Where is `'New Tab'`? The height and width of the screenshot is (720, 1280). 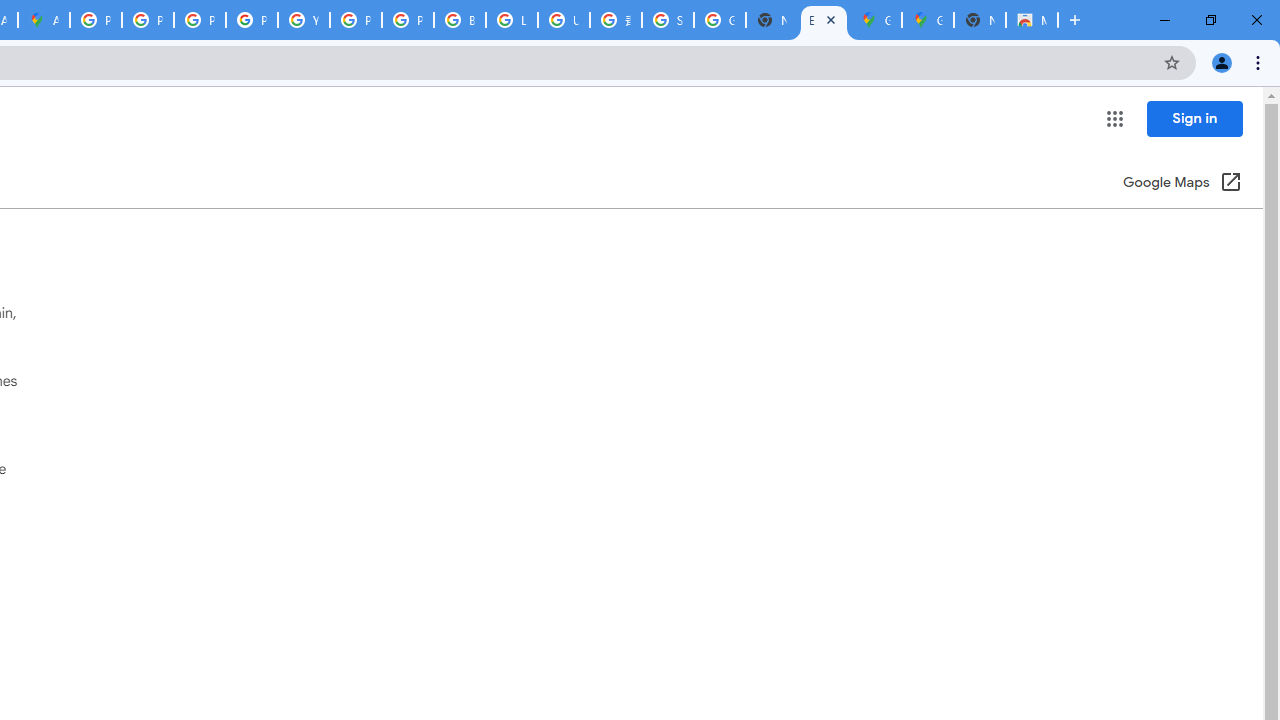 'New Tab' is located at coordinates (979, 20).